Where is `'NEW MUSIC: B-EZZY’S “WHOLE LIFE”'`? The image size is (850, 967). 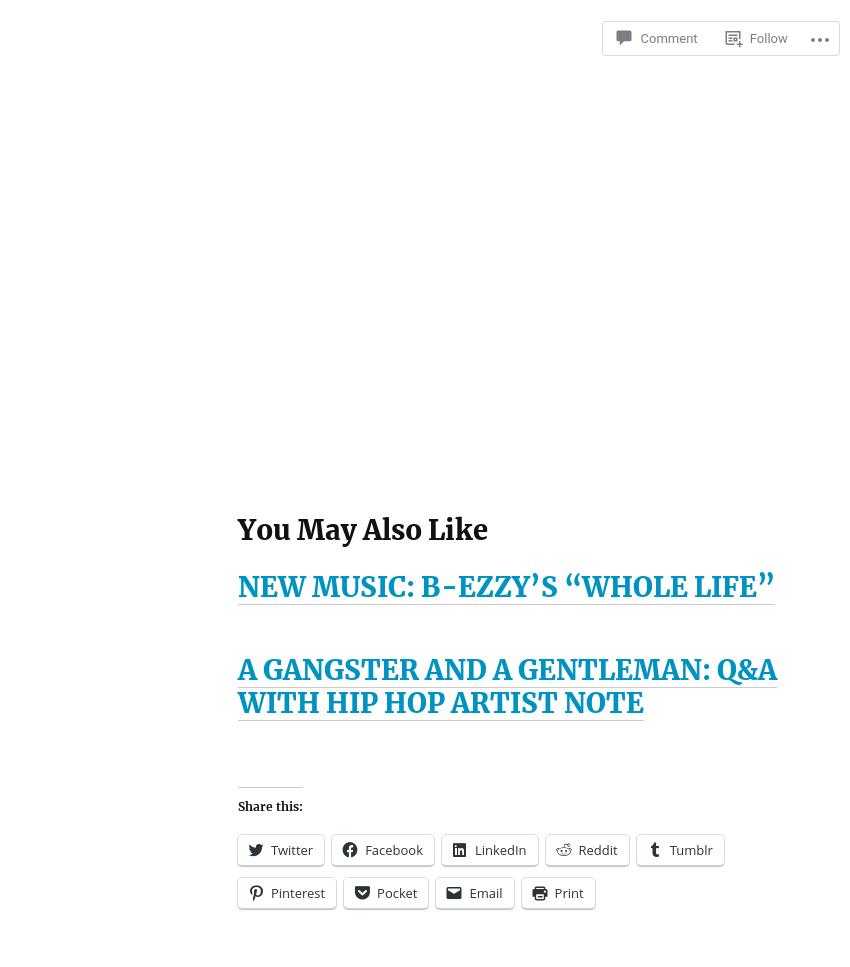 'NEW MUSIC: B-EZZY’S “WHOLE LIFE”' is located at coordinates (506, 585).